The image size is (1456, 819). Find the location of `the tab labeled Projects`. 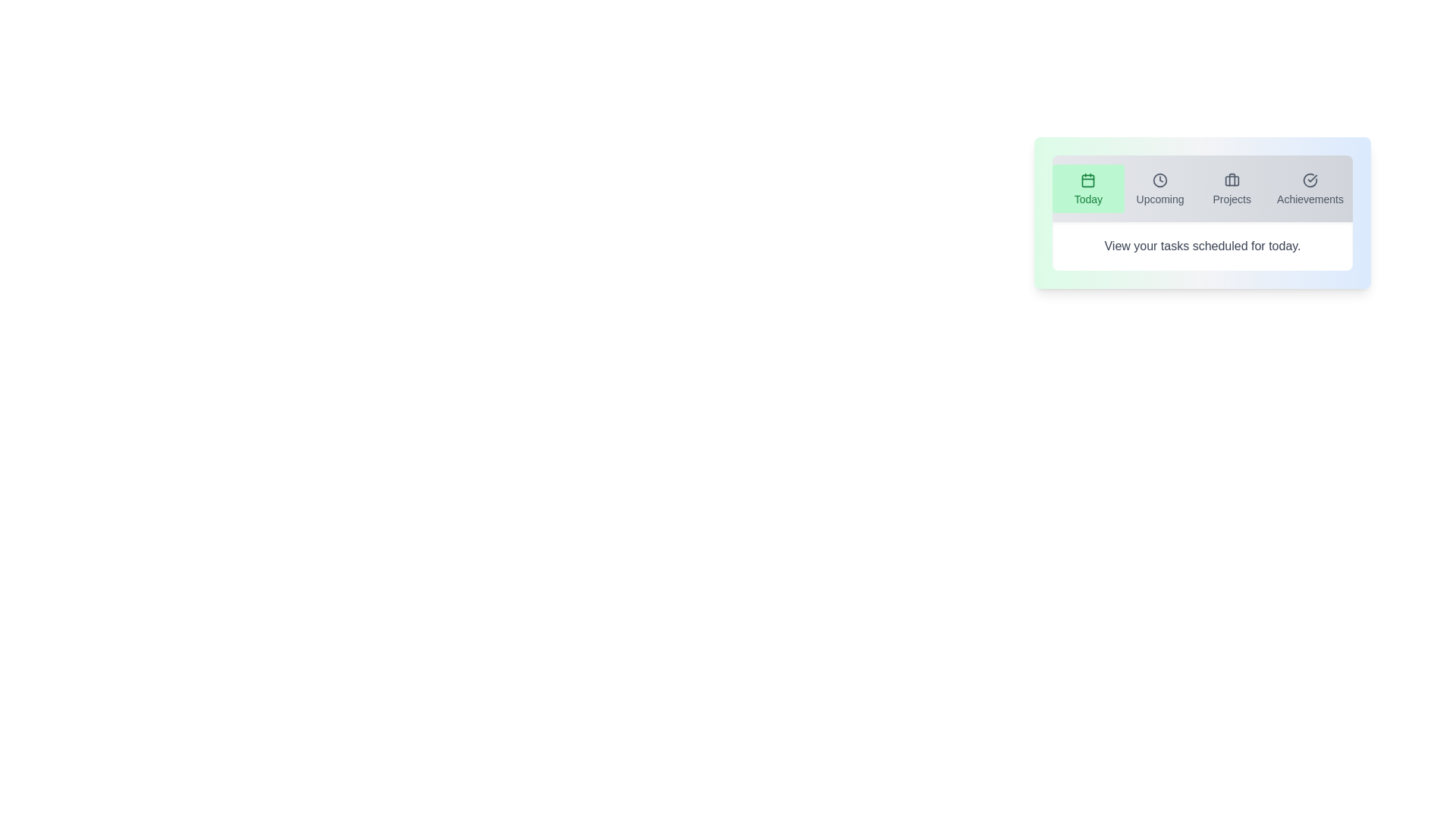

the tab labeled Projects is located at coordinates (1232, 188).